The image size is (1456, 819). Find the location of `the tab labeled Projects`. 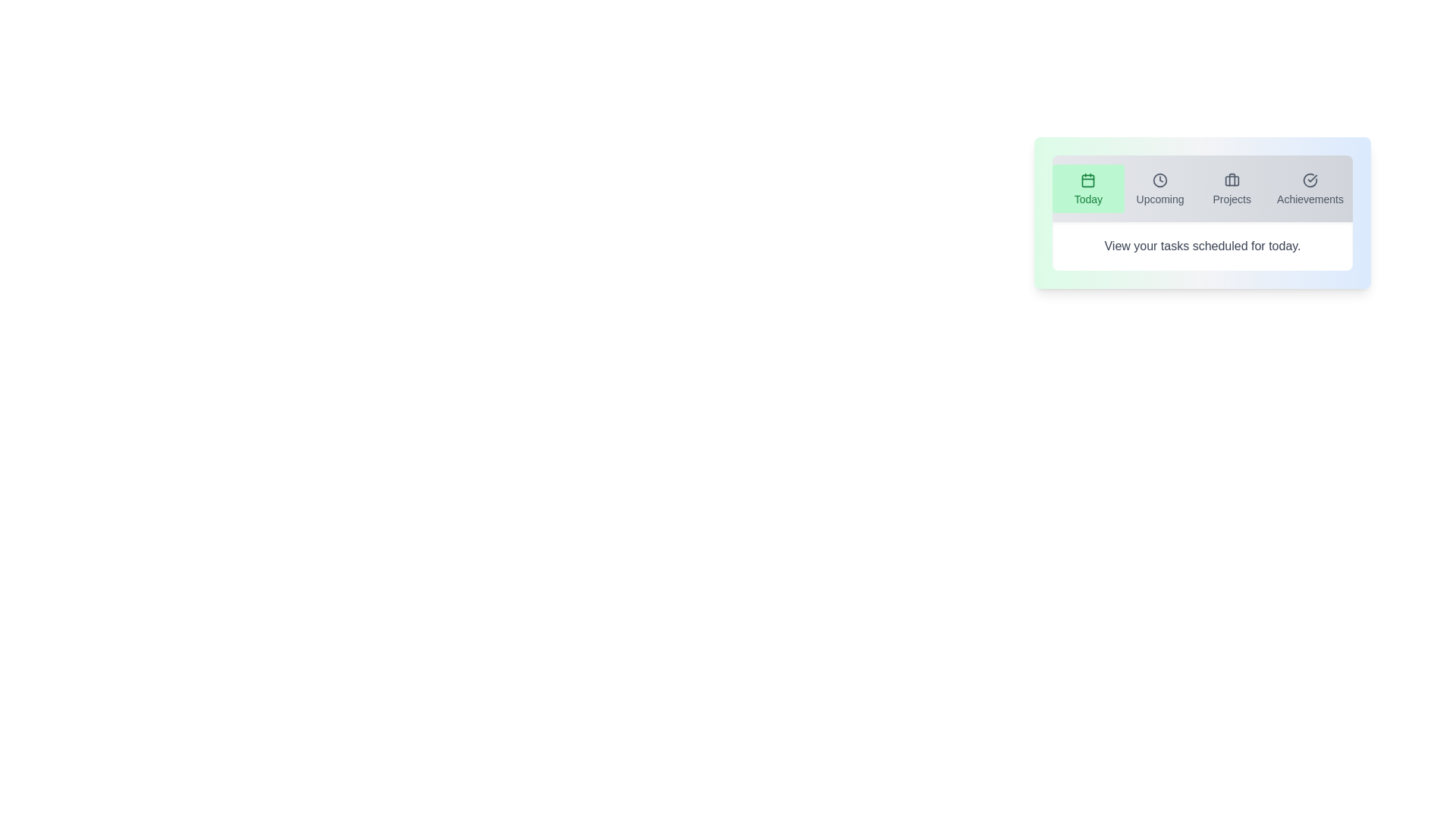

the tab labeled Projects is located at coordinates (1232, 188).